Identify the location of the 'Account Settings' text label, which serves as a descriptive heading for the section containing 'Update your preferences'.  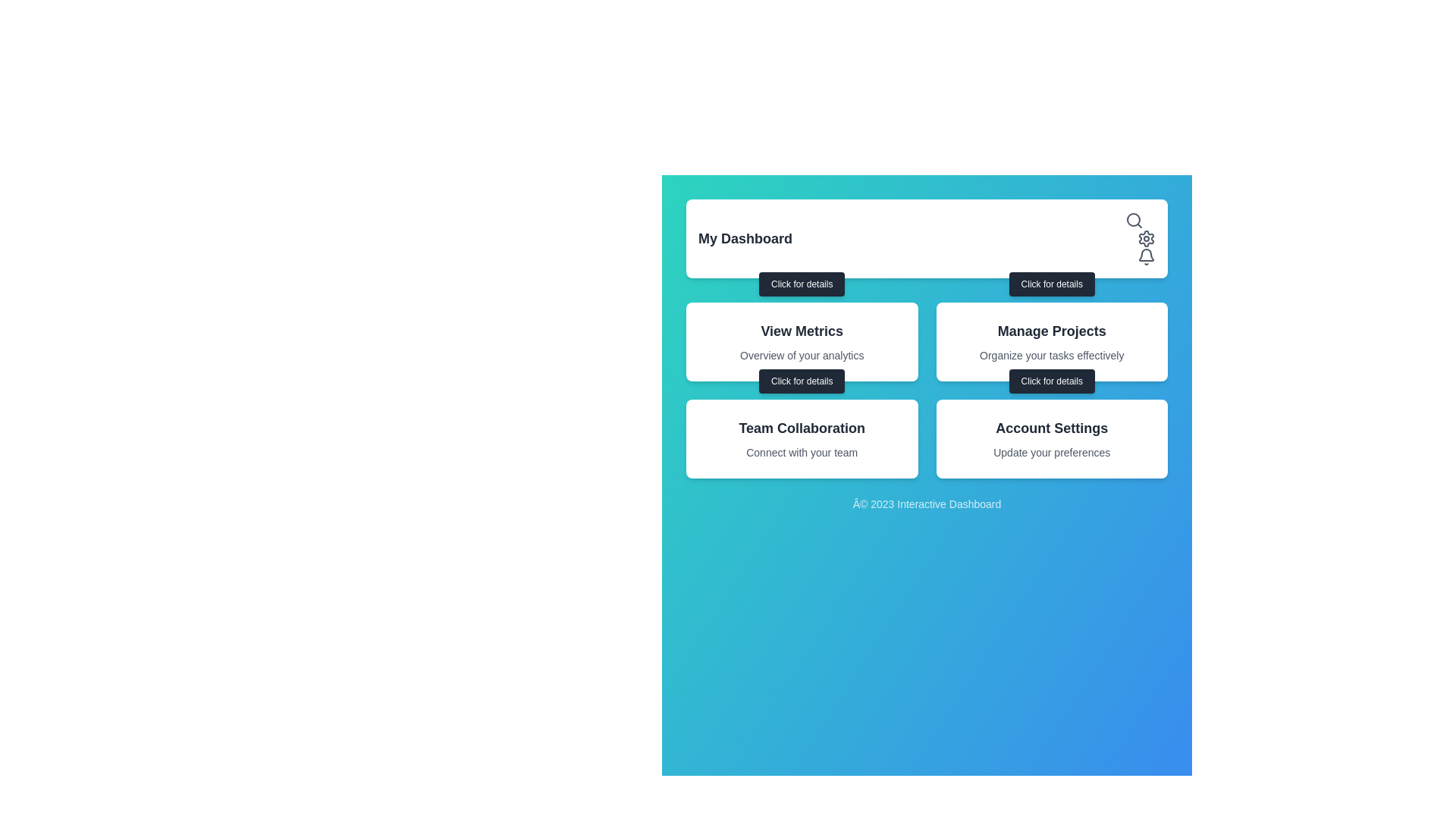
(1051, 428).